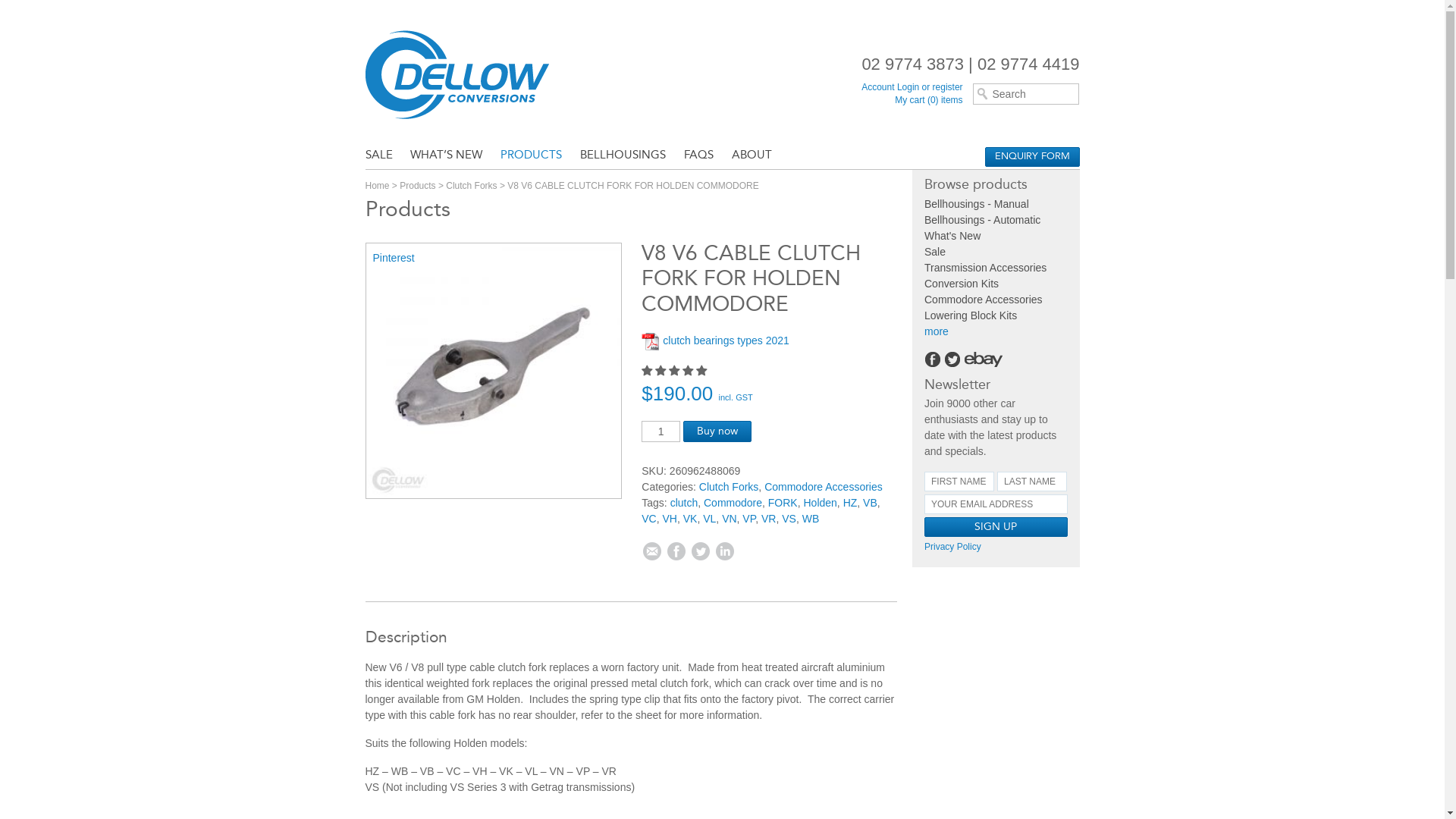 This screenshot has height=819, width=1456. What do you see at coordinates (669, 517) in the screenshot?
I see `'VH'` at bounding box center [669, 517].